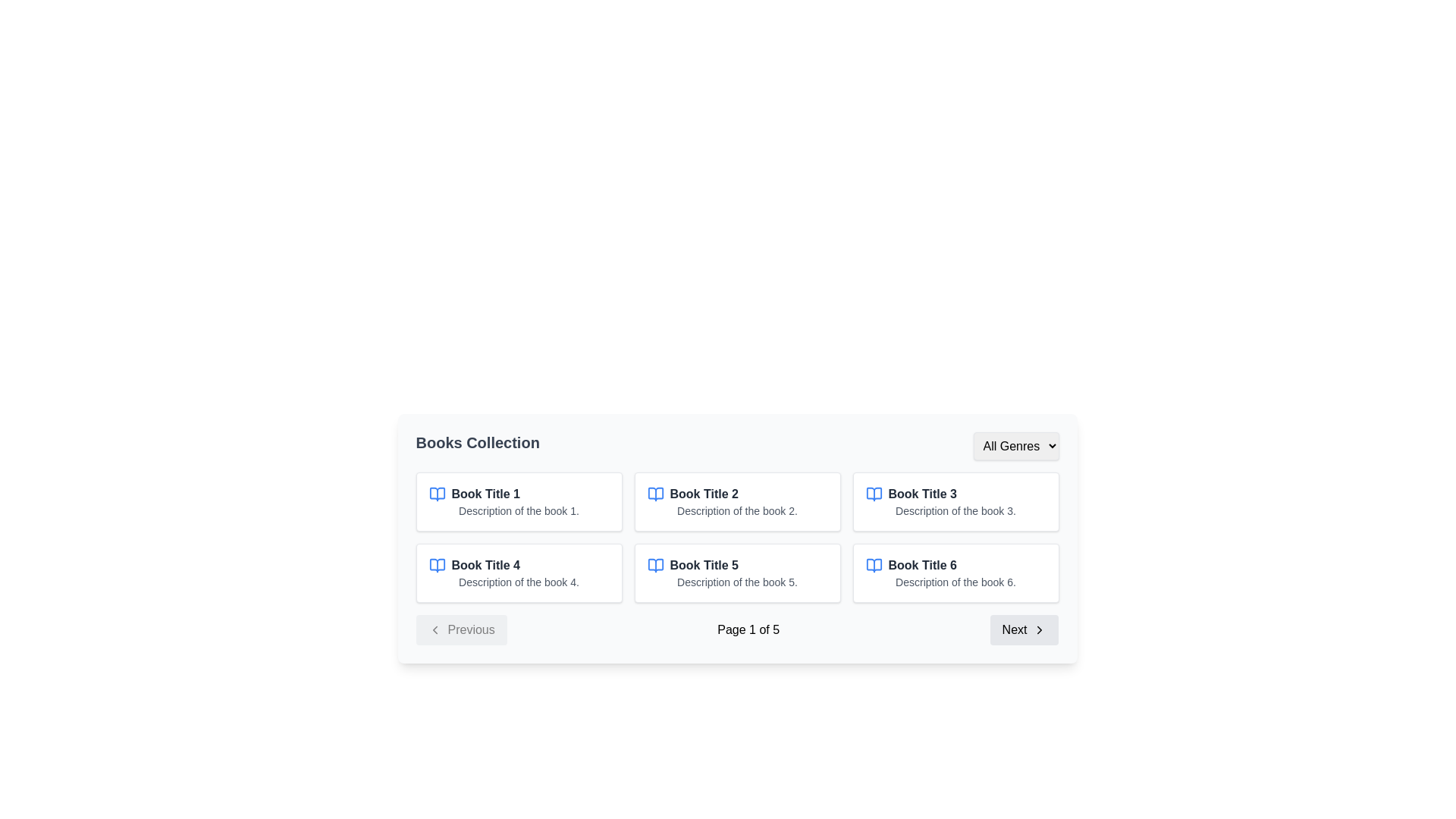  I want to click on the styling of the open book icon, which is blue and located next to 'Book Title 6' in the book grid, so click(874, 565).